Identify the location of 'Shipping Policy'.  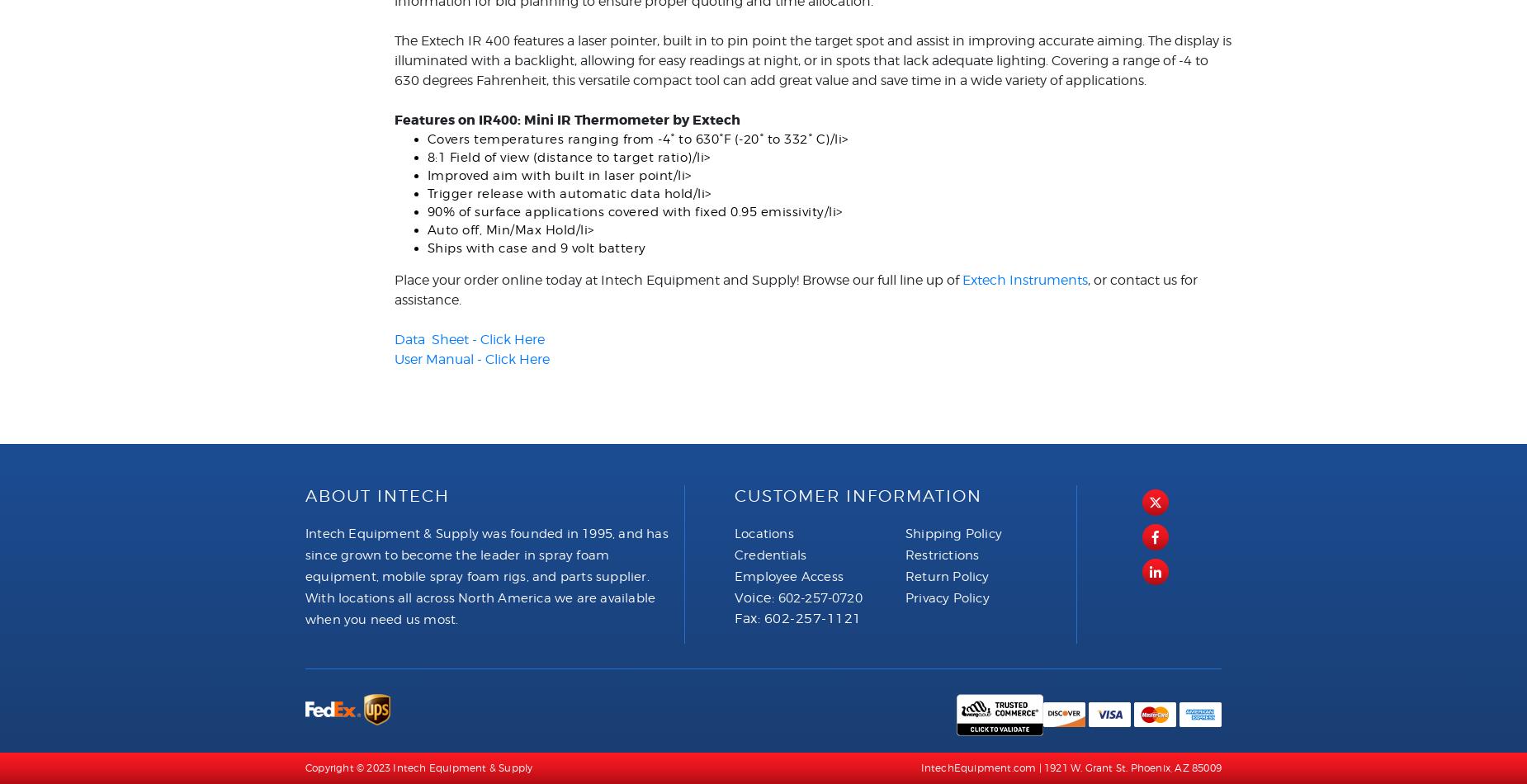
(953, 533).